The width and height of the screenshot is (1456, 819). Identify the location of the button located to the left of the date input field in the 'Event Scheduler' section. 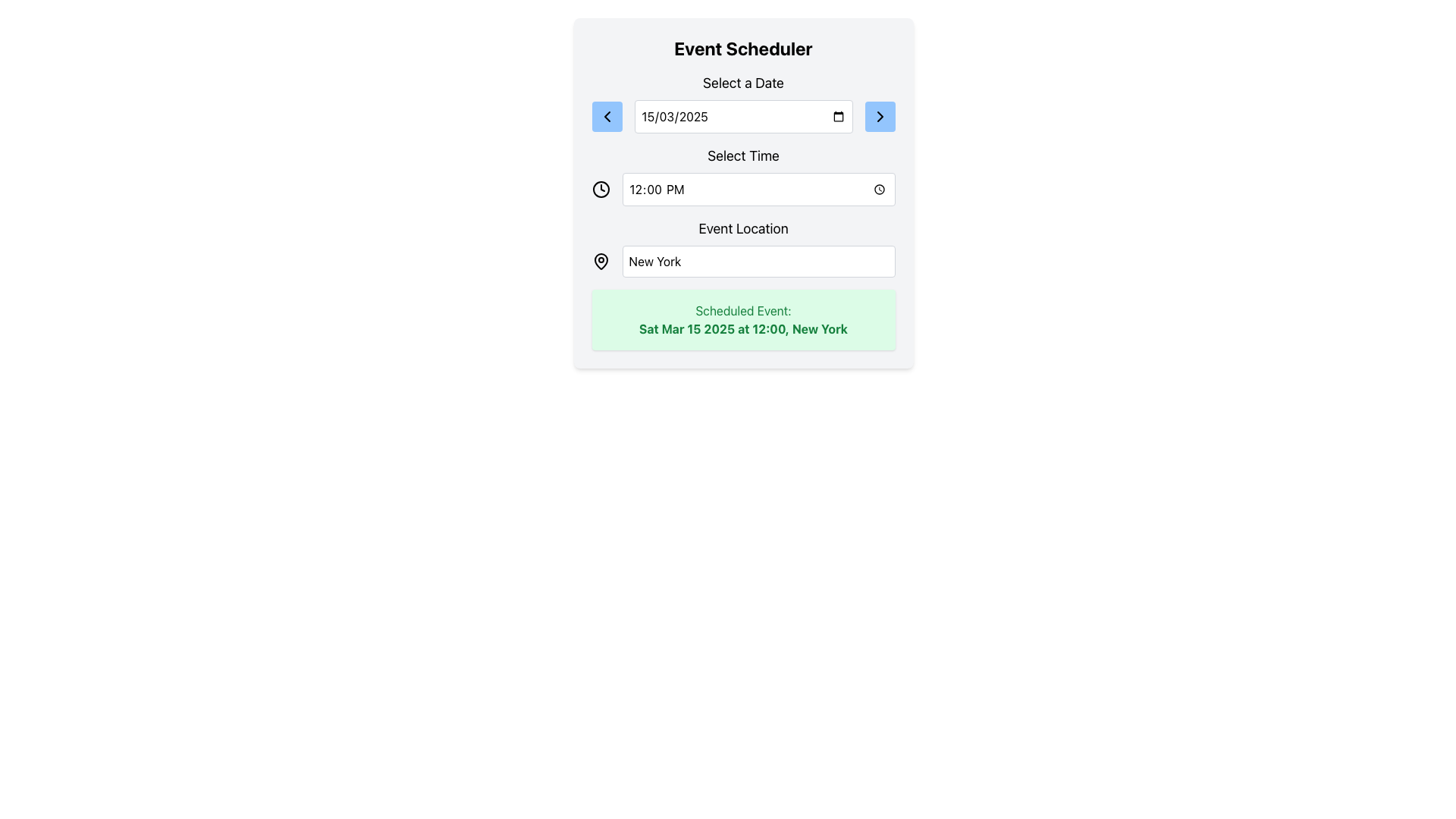
(607, 116).